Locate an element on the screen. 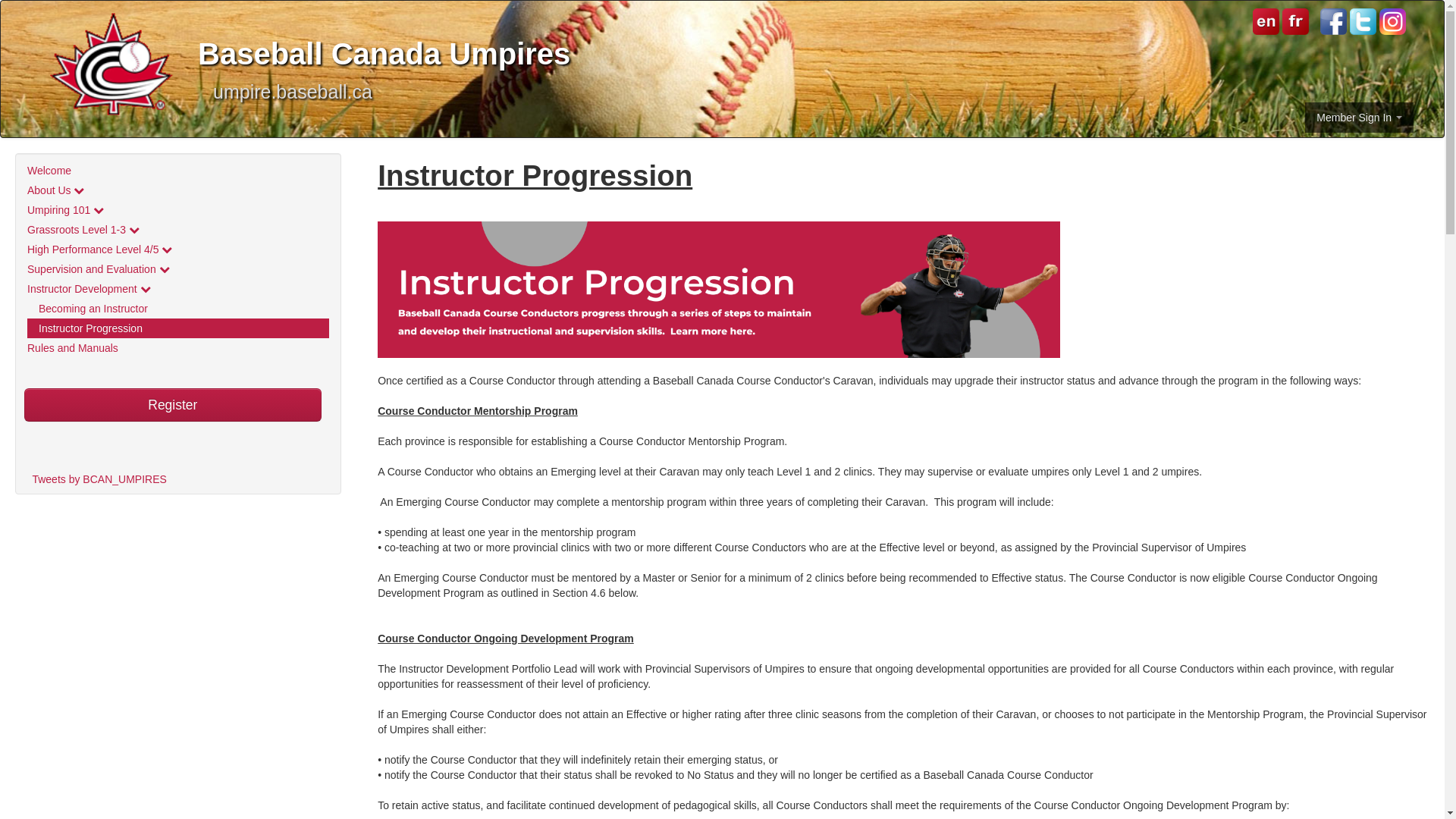  'English' is located at coordinates (1266, 20).